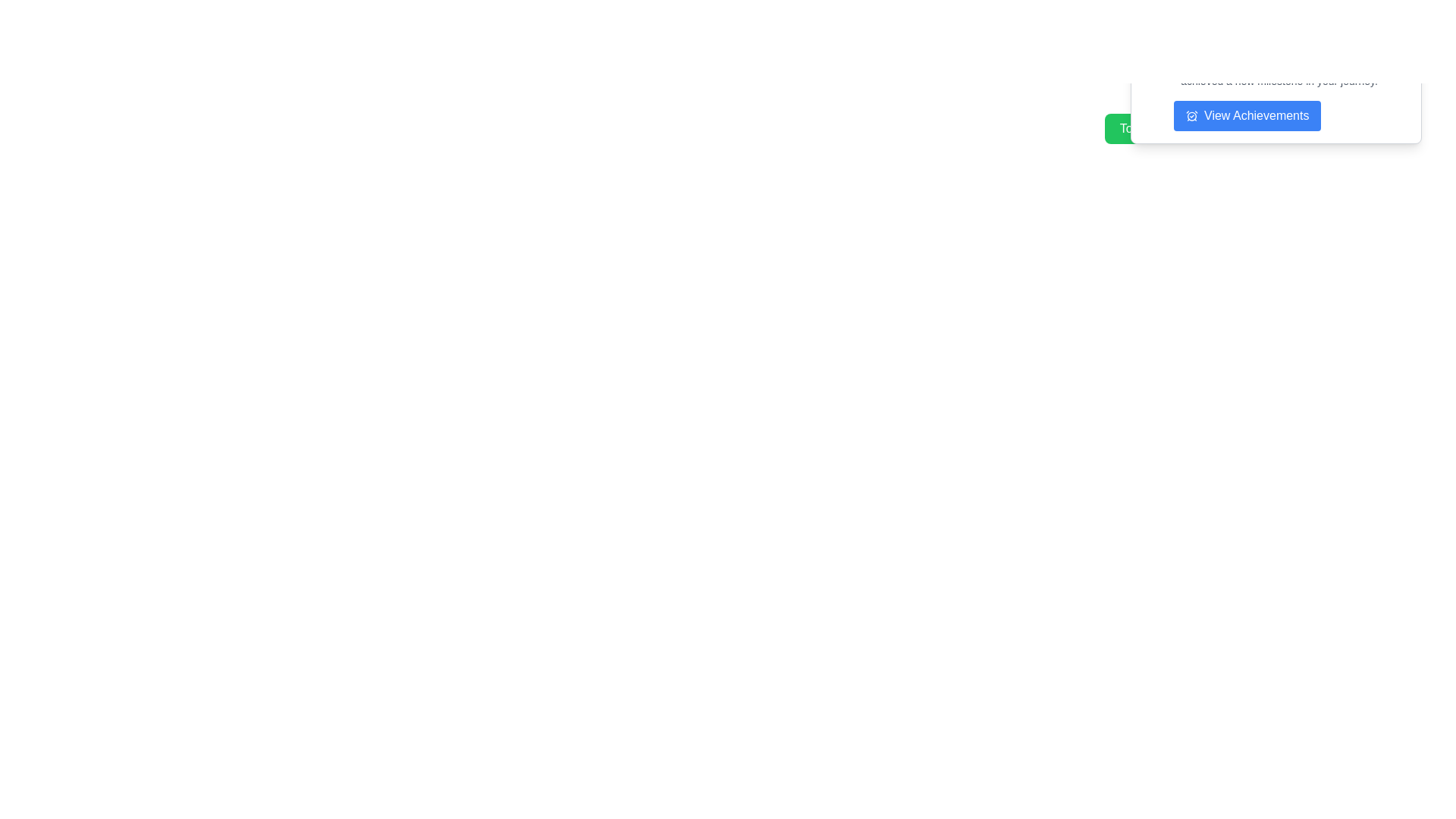  I want to click on the third button below the 'Celebratory Alert' text and a congratulatory message, so click(1247, 115).